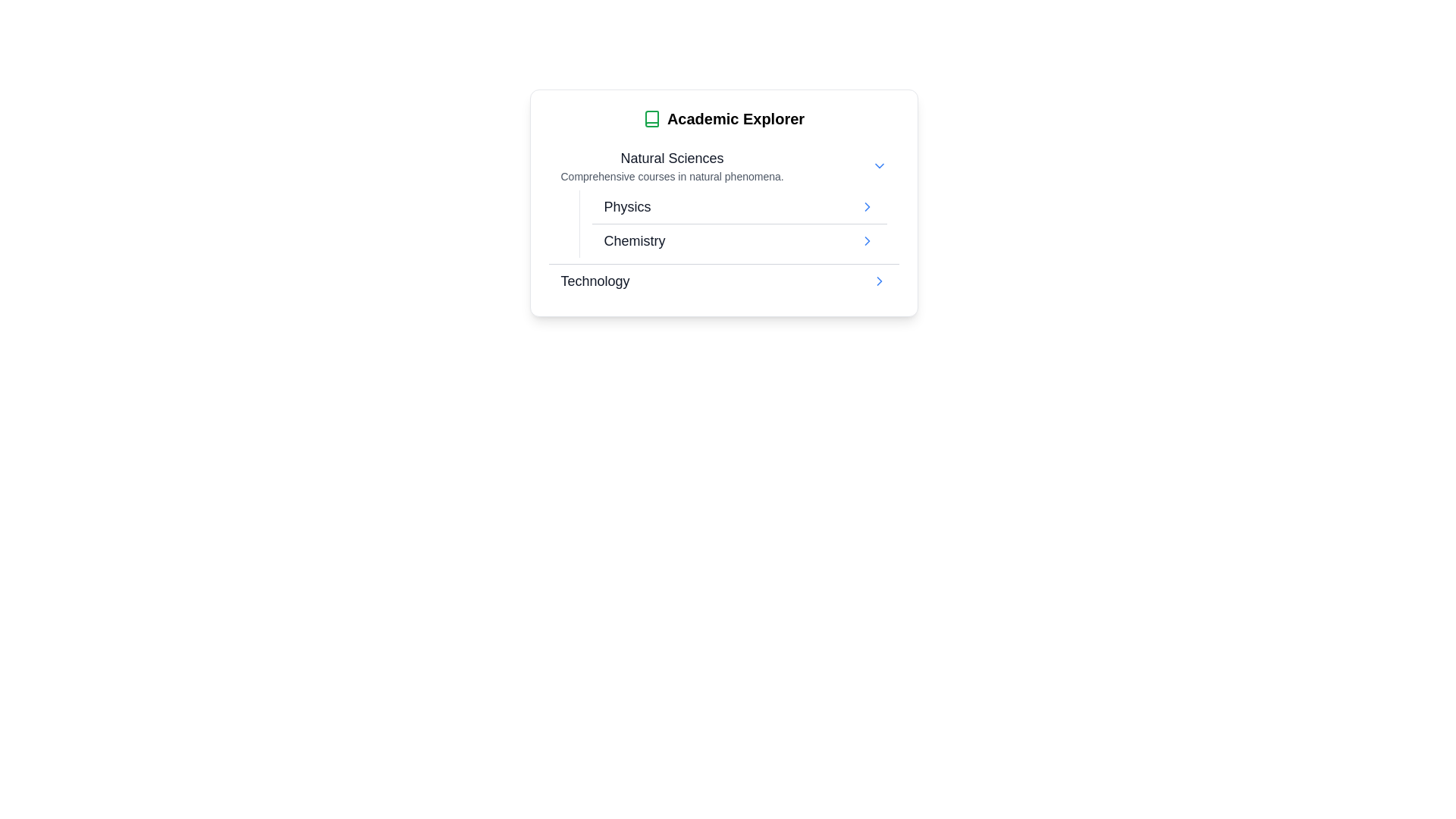  What do you see at coordinates (867, 207) in the screenshot?
I see `the small graphical arrow pointing to the right, located next to the 'Physics' label in the 'Natural Sciences' section under the 'Academic Explorer' card` at bounding box center [867, 207].